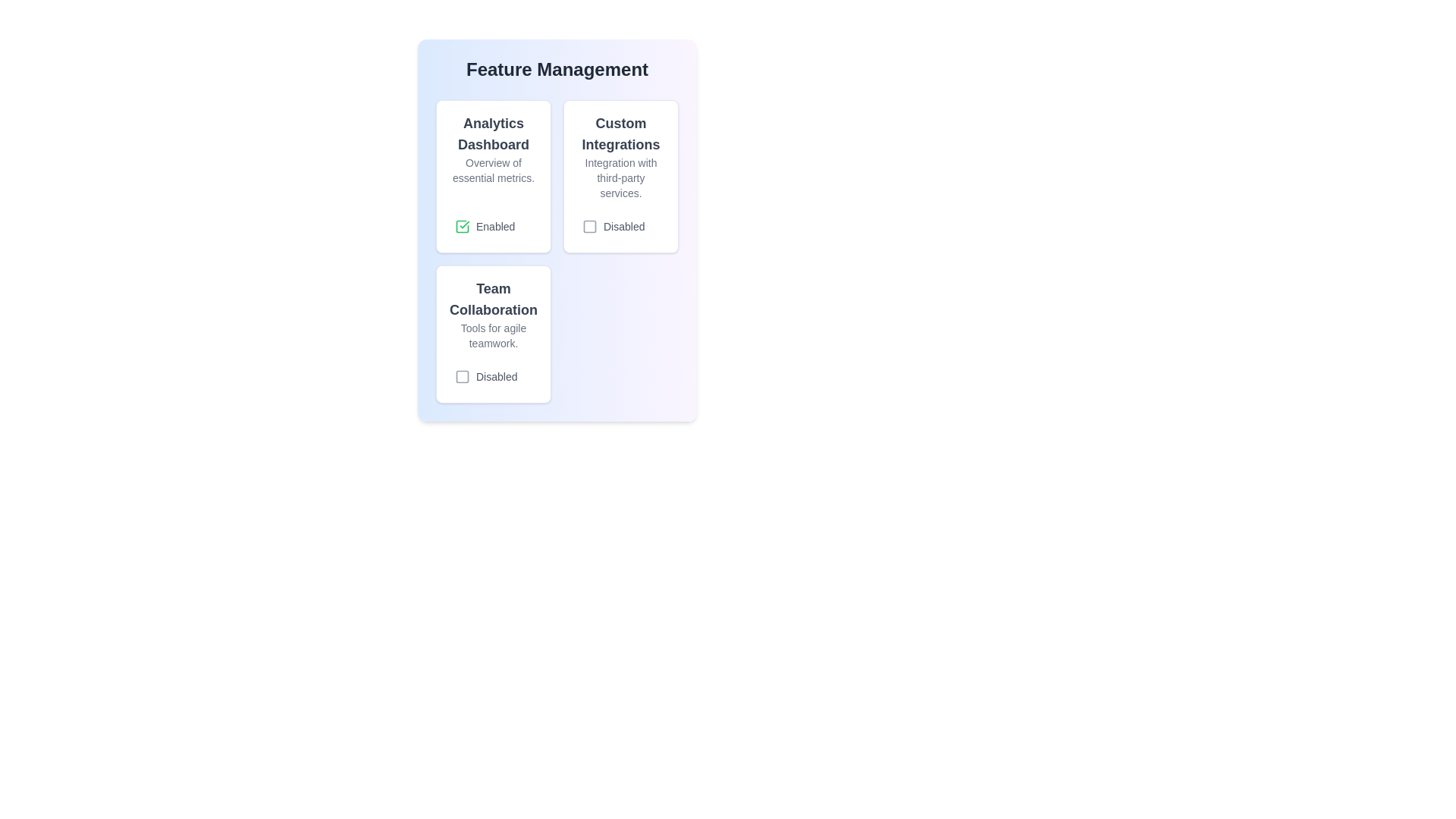  What do you see at coordinates (486, 376) in the screenshot?
I see `the label 'Disabled' of the checkbox located in the bottom section of the 'Team Collaboration' card, which is the last visible element below the text 'Tools for agile teamwork.'` at bounding box center [486, 376].